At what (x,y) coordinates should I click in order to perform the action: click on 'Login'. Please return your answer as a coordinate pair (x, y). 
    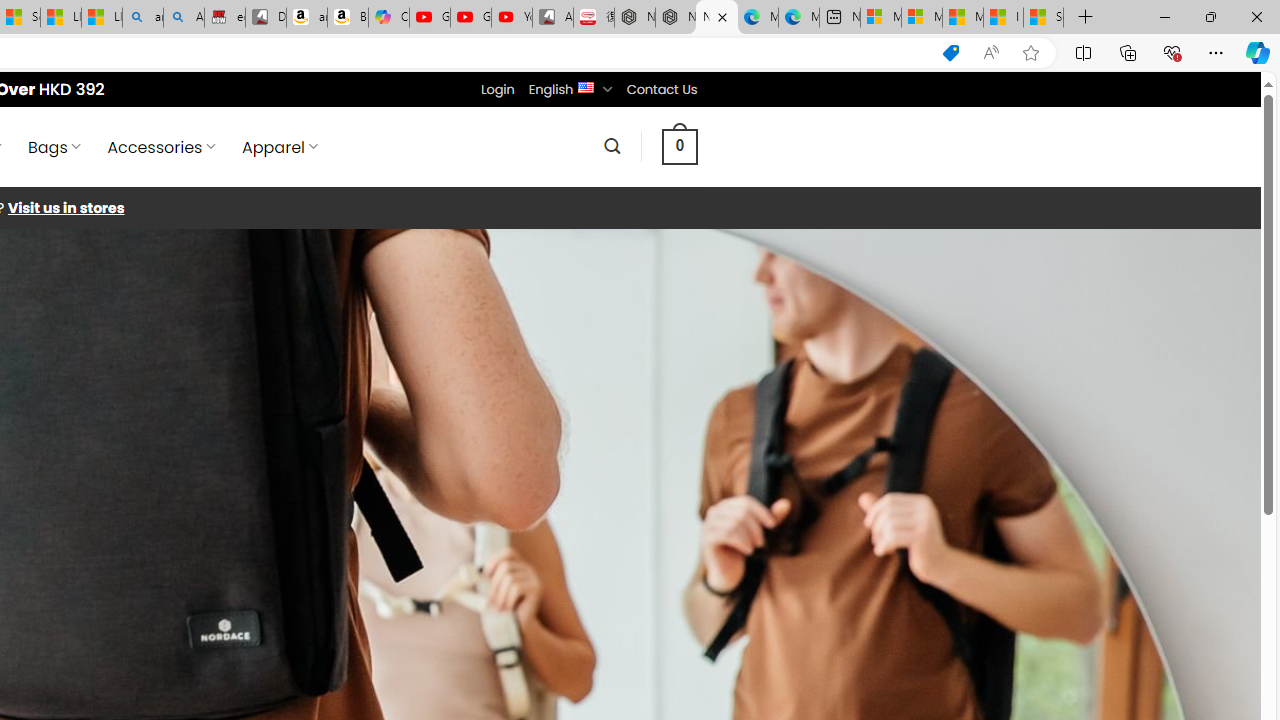
    Looking at the image, I should click on (497, 88).